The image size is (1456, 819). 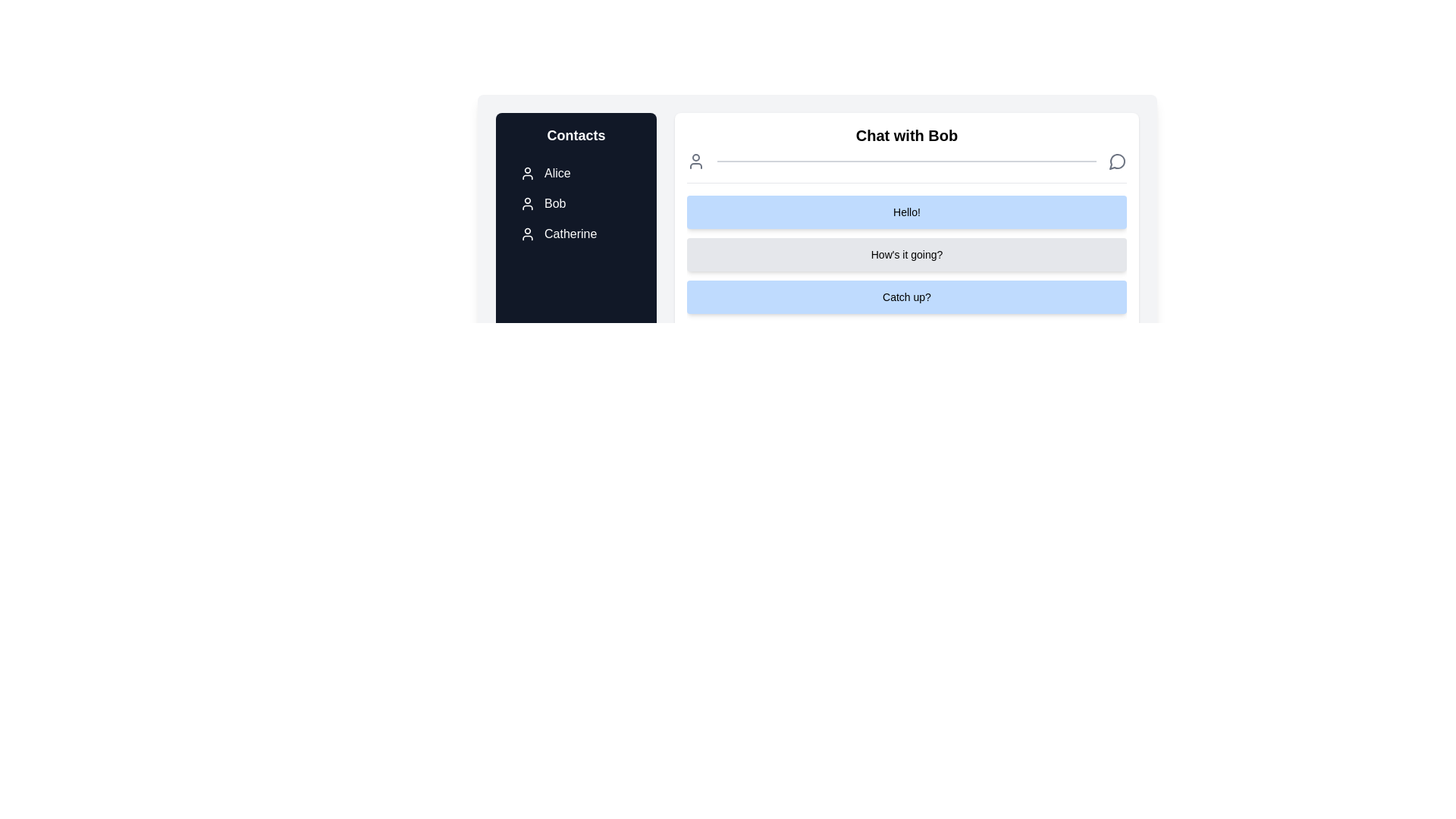 I want to click on the Header section displaying the participant's name 'Bob', so click(x=906, y=154).